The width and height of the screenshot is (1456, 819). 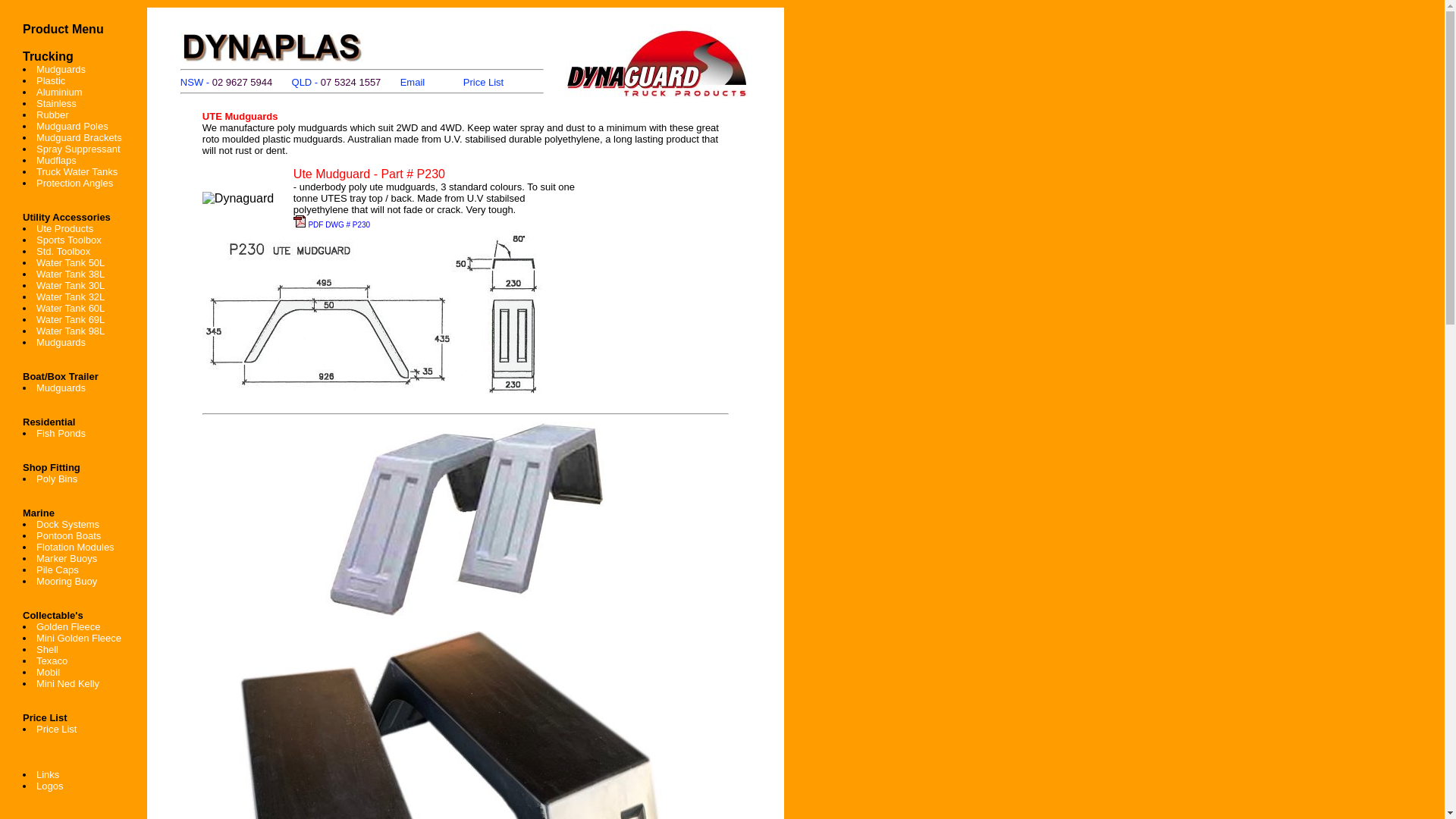 I want to click on 'Truck Products', so click(x=660, y=97).